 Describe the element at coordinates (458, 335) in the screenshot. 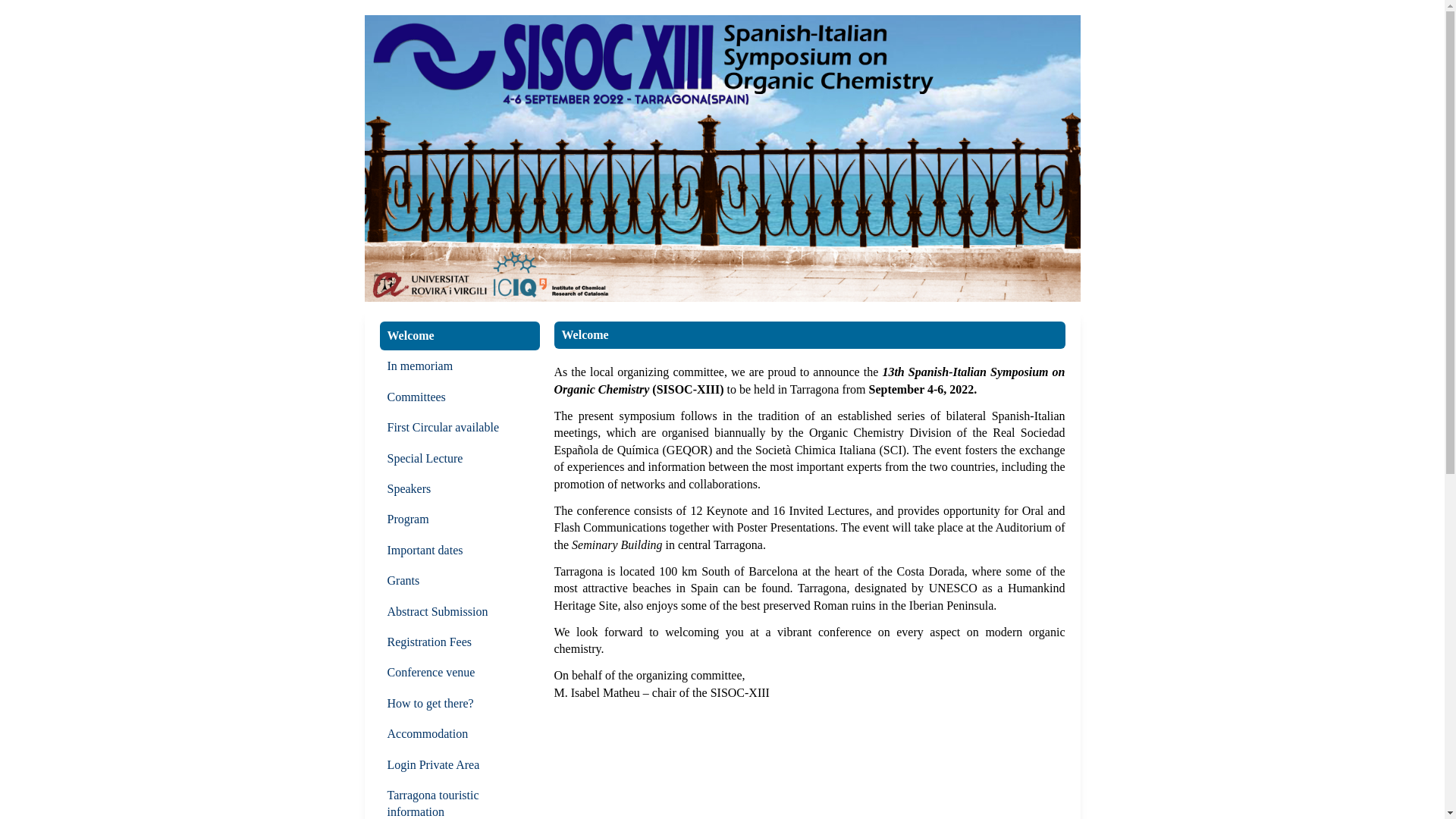

I see `'Welcome'` at that location.